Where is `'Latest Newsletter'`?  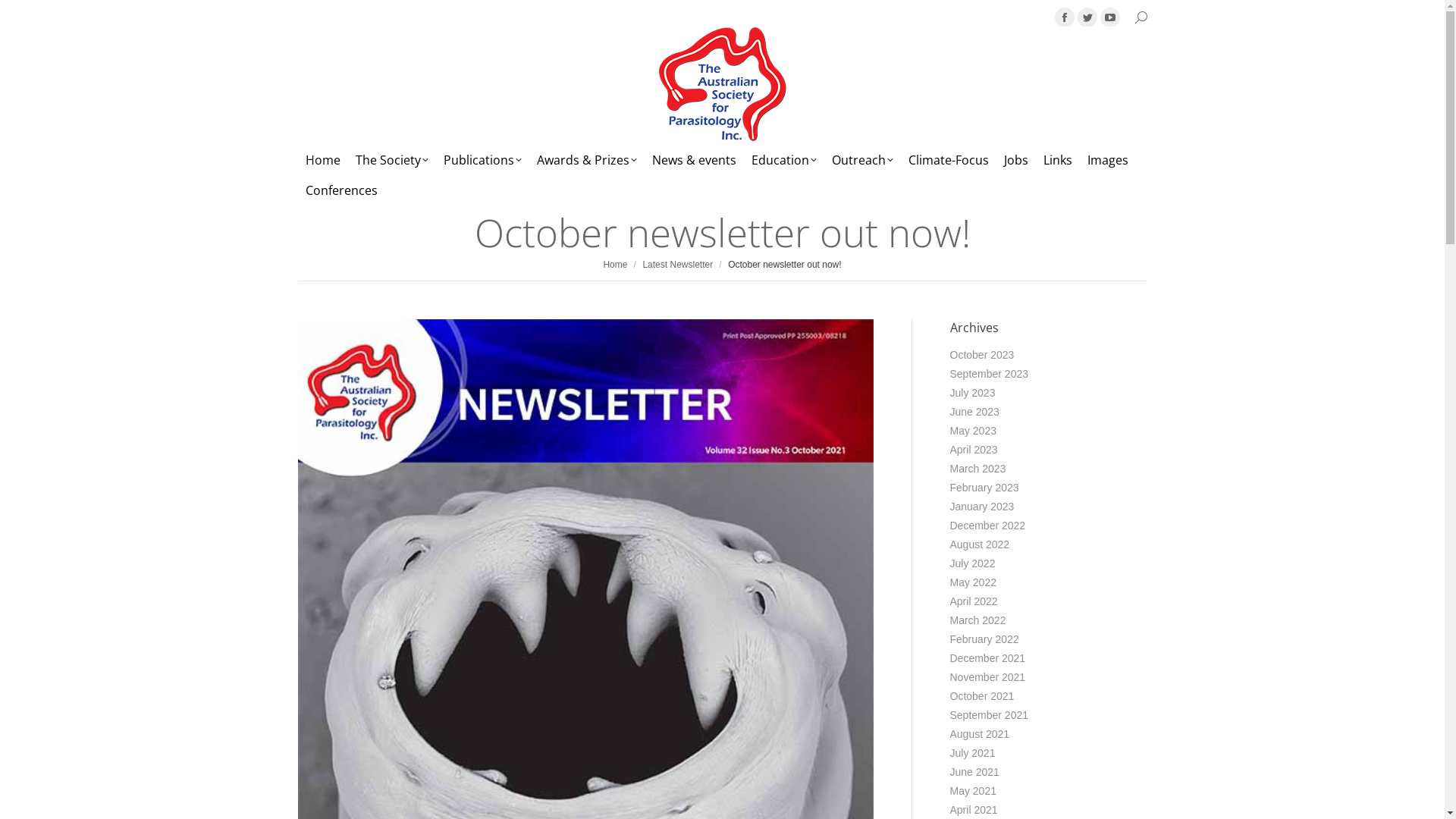
'Latest Newsletter' is located at coordinates (676, 263).